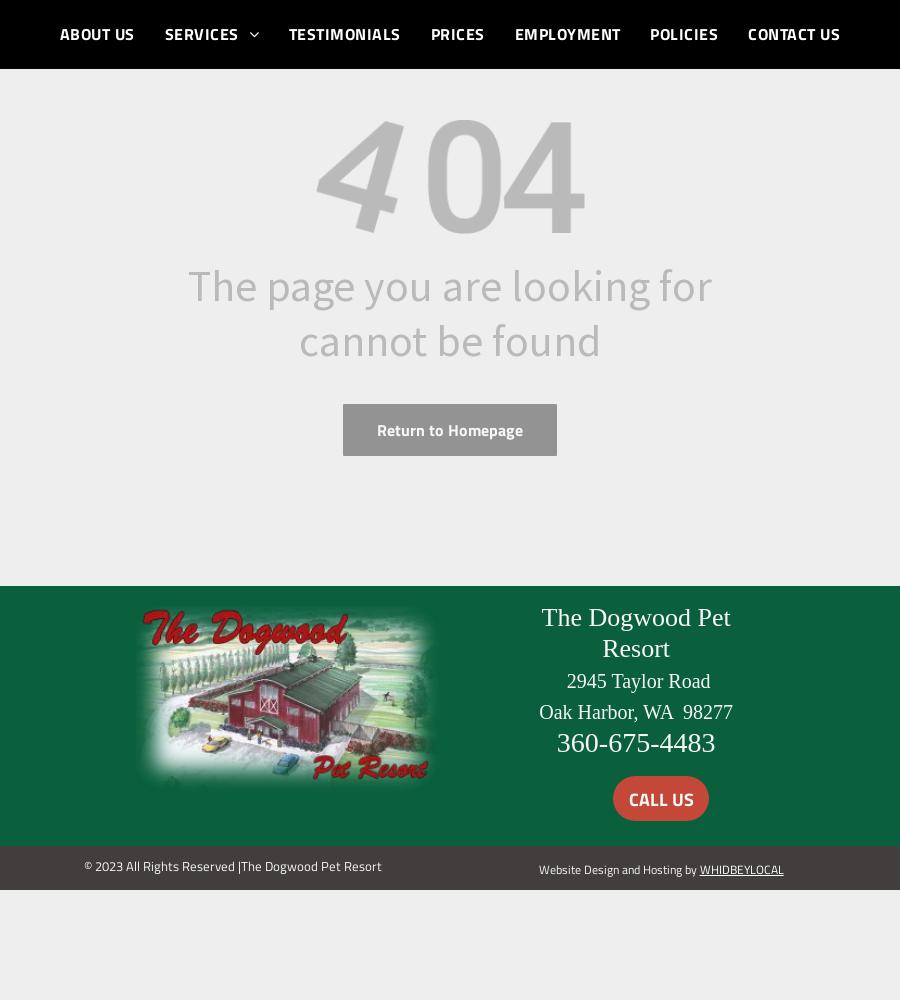 This screenshot has width=900, height=1000. What do you see at coordinates (344, 34) in the screenshot?
I see `'TESTIMONIALS'` at bounding box center [344, 34].